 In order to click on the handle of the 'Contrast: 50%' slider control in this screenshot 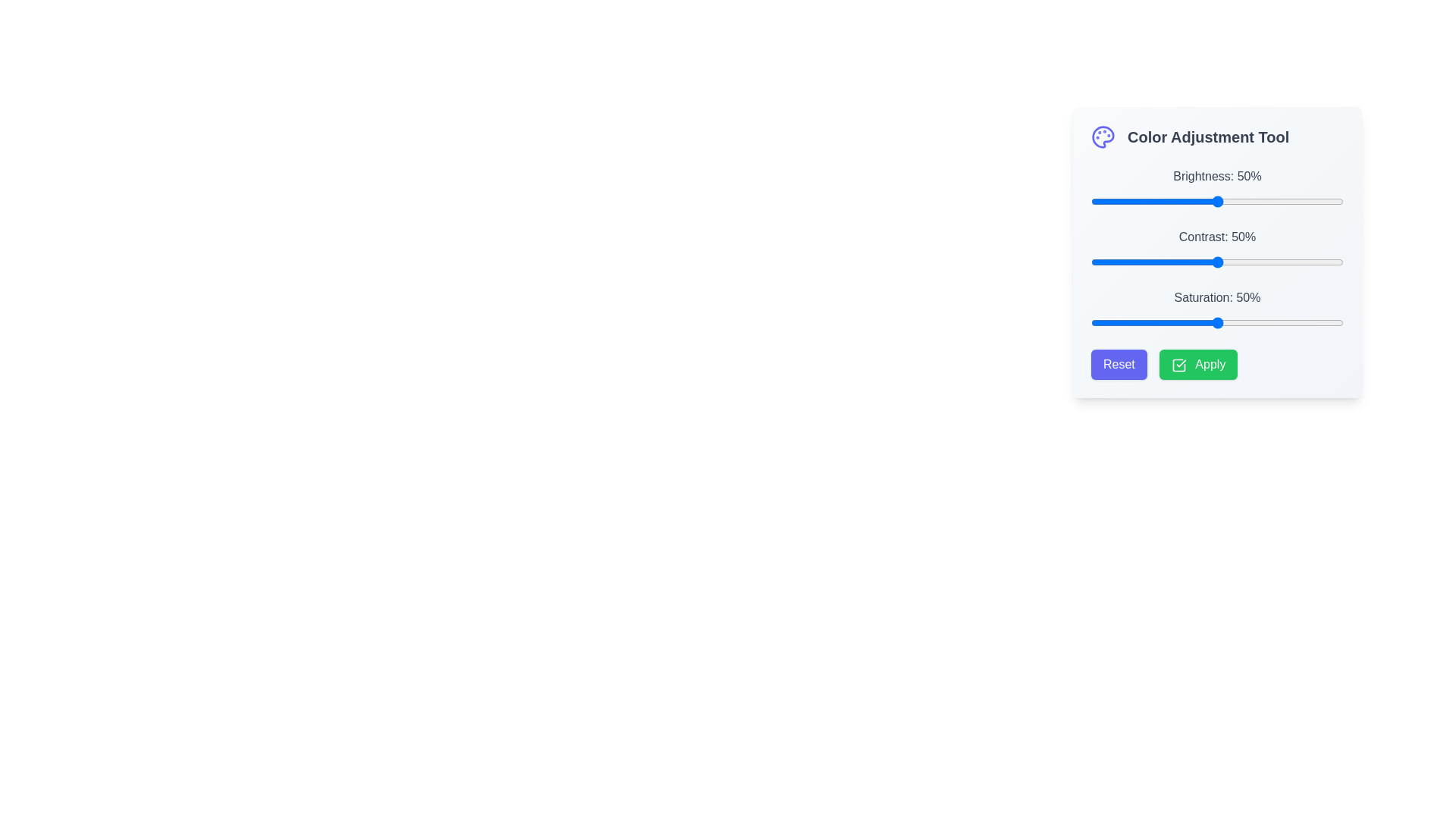, I will do `click(1217, 248)`.